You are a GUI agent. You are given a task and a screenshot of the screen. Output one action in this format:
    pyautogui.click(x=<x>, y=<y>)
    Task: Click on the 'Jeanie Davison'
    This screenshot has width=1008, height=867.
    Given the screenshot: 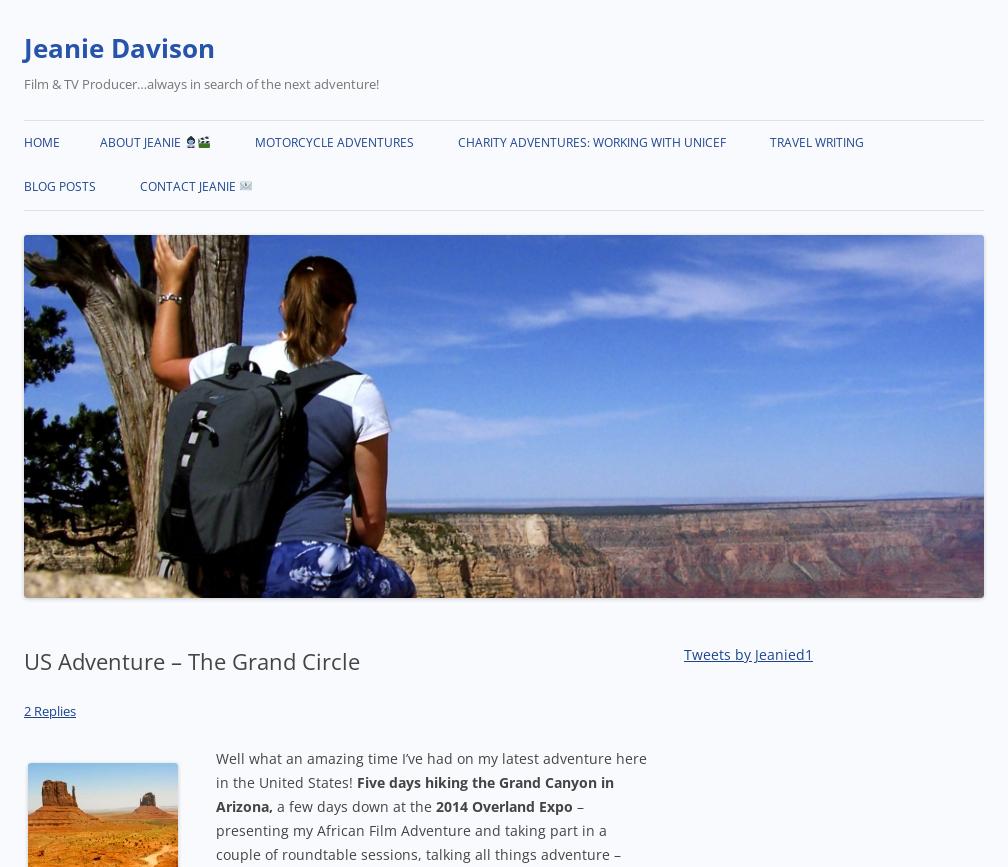 What is the action you would take?
    pyautogui.click(x=119, y=48)
    